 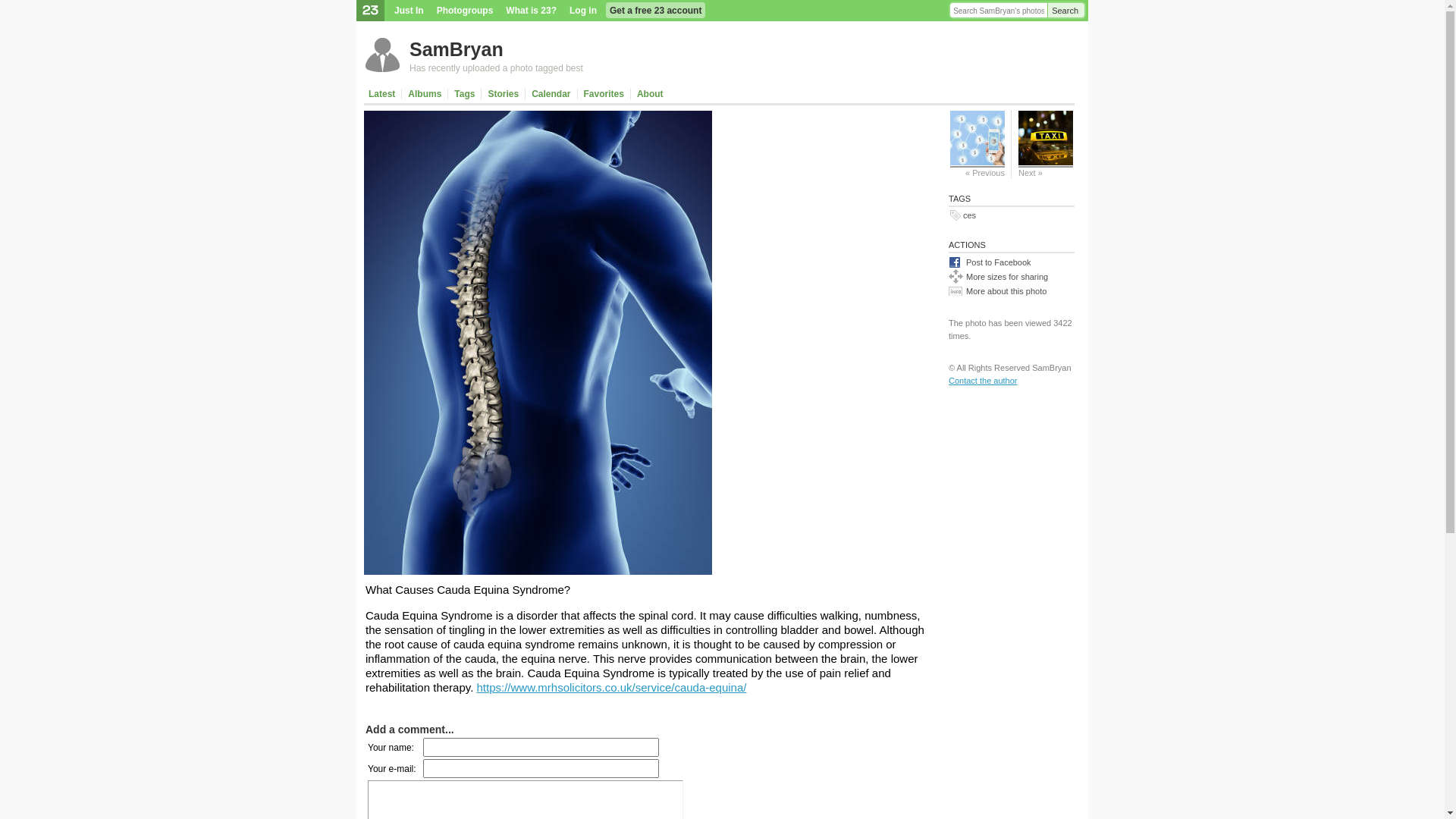 I want to click on 'Favorites', so click(x=577, y=93).